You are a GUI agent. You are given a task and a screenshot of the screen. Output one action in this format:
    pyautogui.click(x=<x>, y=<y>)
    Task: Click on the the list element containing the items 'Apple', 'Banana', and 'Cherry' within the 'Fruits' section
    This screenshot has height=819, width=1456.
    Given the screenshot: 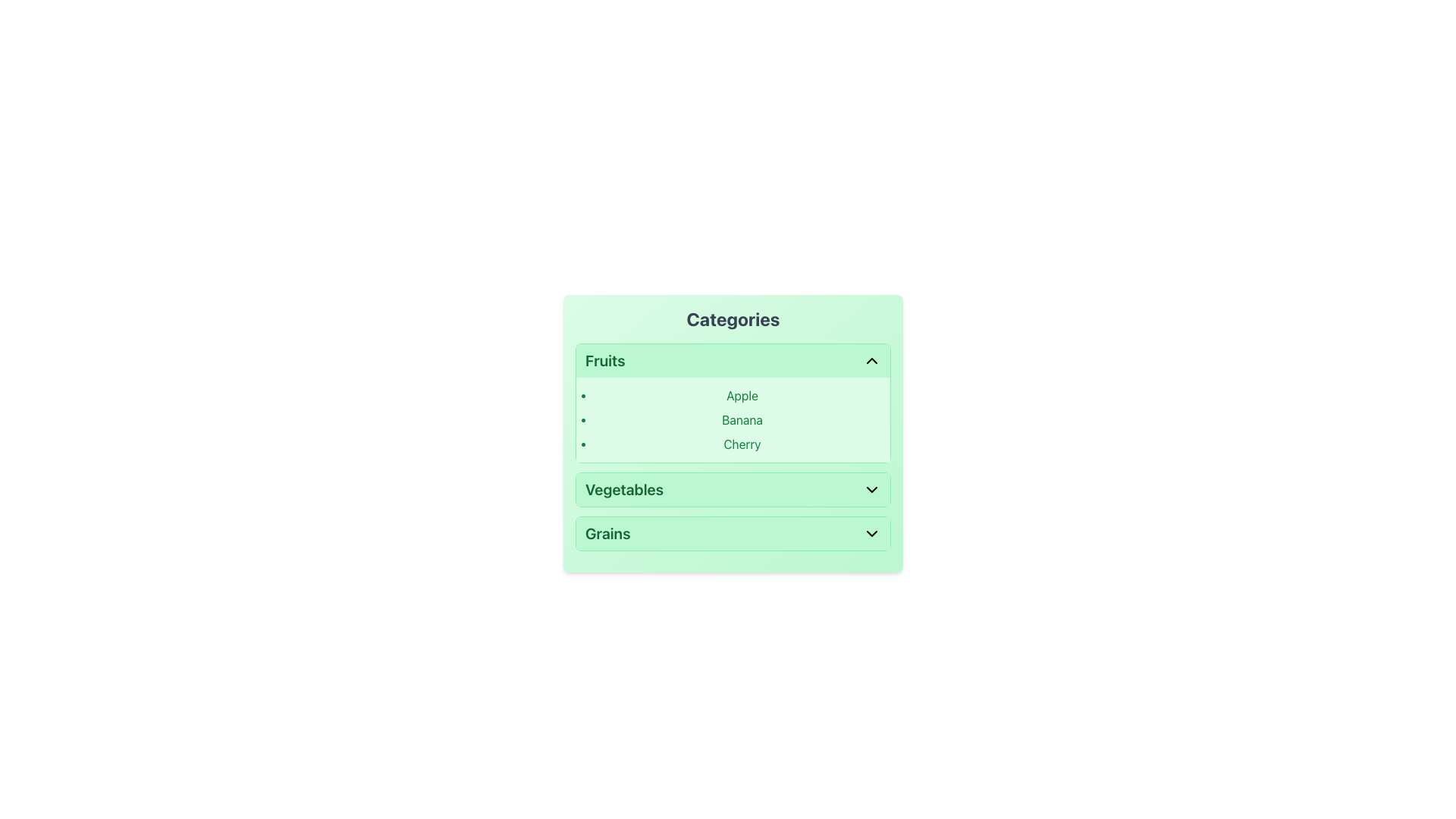 What is the action you would take?
    pyautogui.click(x=733, y=420)
    